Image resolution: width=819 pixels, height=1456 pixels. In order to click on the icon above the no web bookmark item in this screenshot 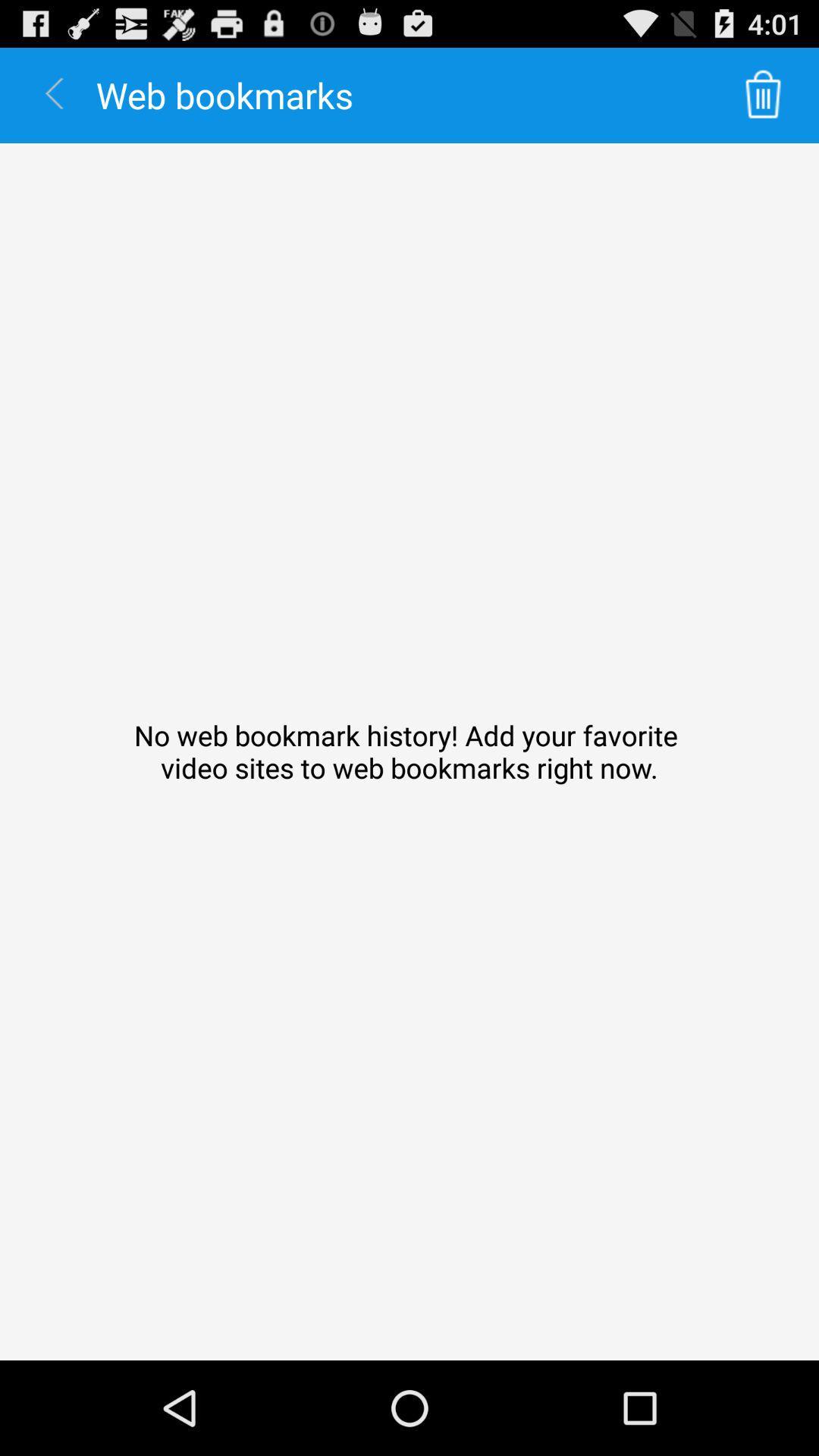, I will do `click(763, 94)`.